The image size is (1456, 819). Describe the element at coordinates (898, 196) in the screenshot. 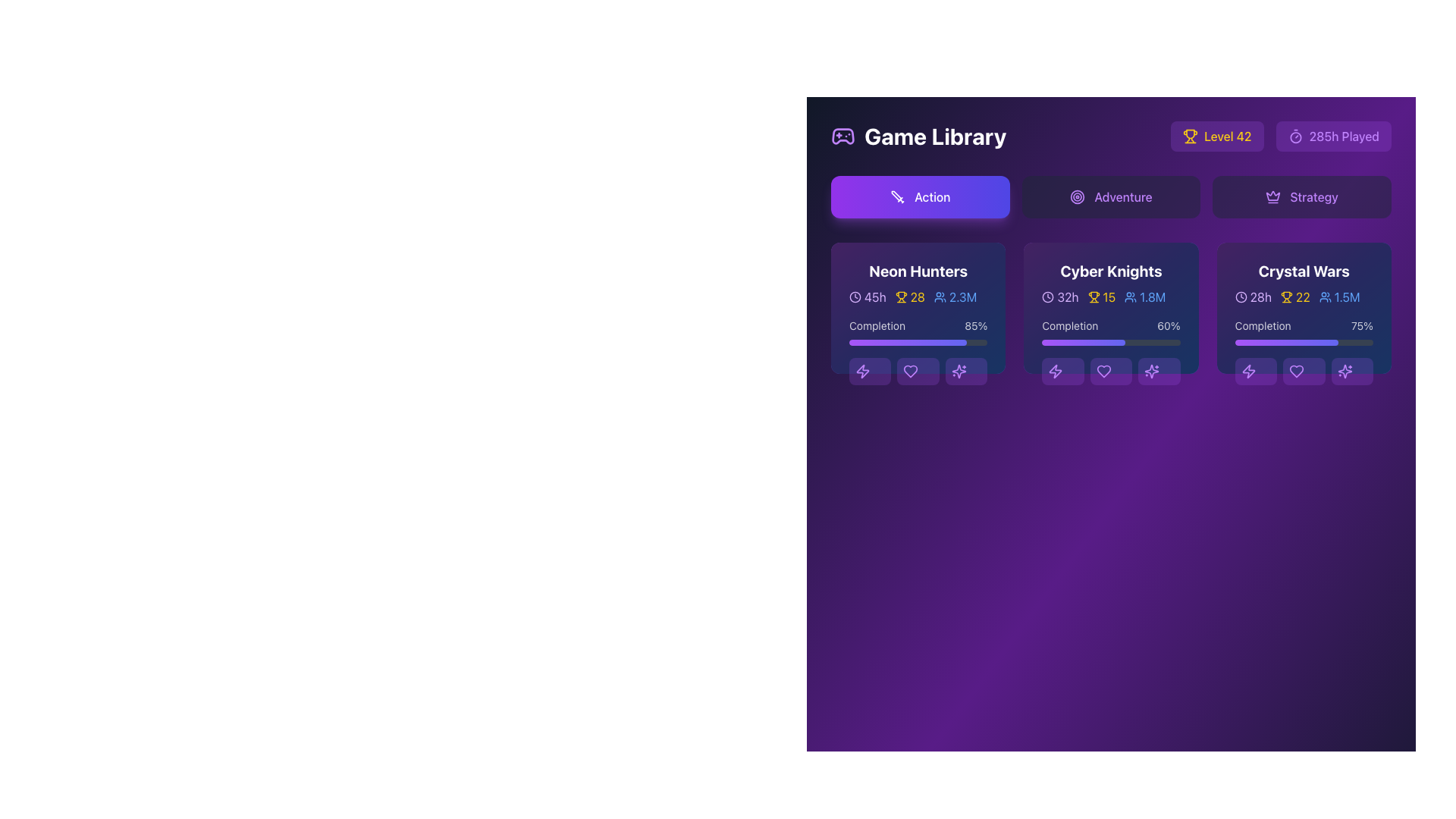

I see `the icon that symbolizes the 'Action' category on the purple button labeled 'Action', located at the left section of the button` at that location.